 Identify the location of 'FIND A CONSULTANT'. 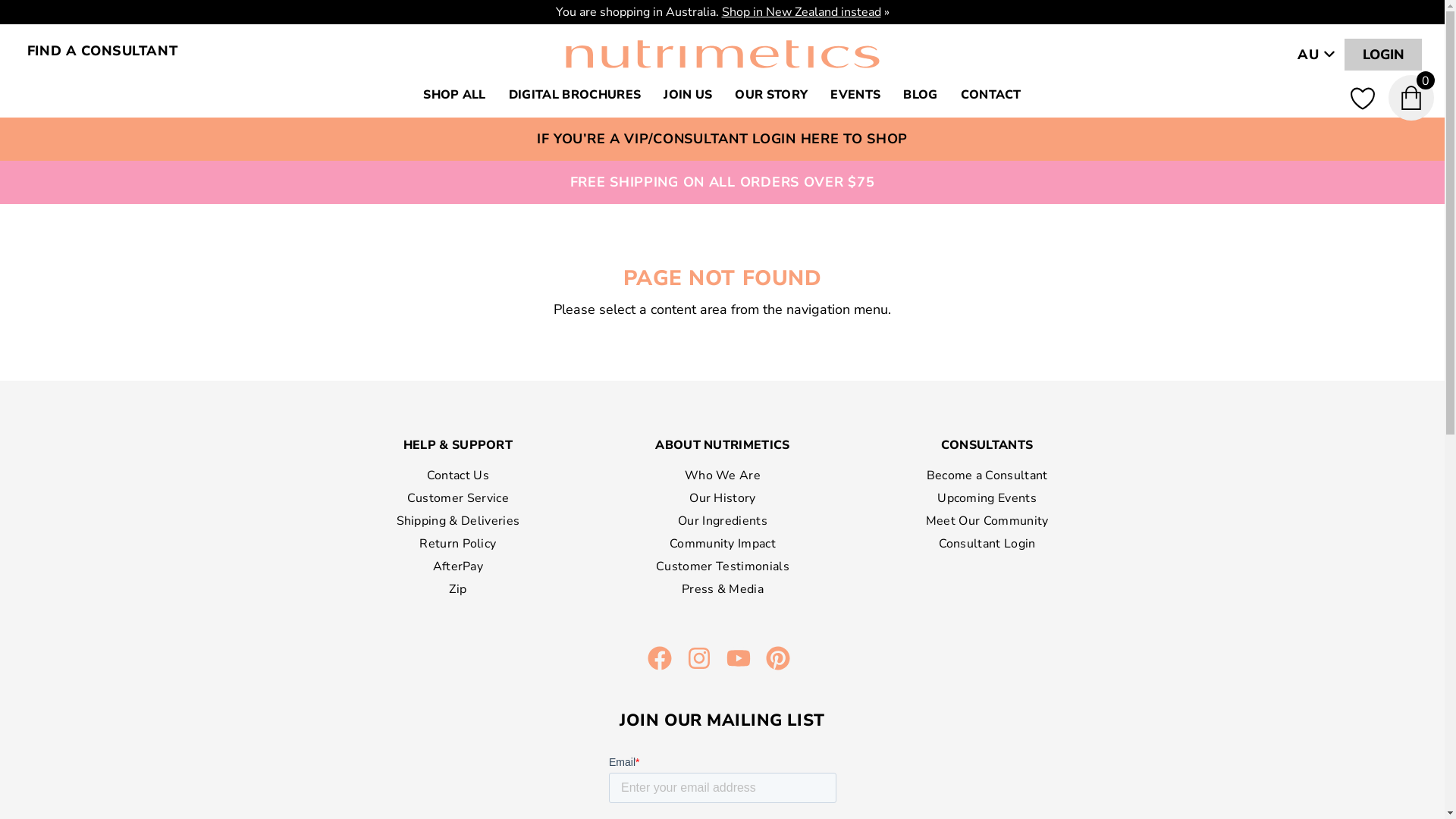
(101, 49).